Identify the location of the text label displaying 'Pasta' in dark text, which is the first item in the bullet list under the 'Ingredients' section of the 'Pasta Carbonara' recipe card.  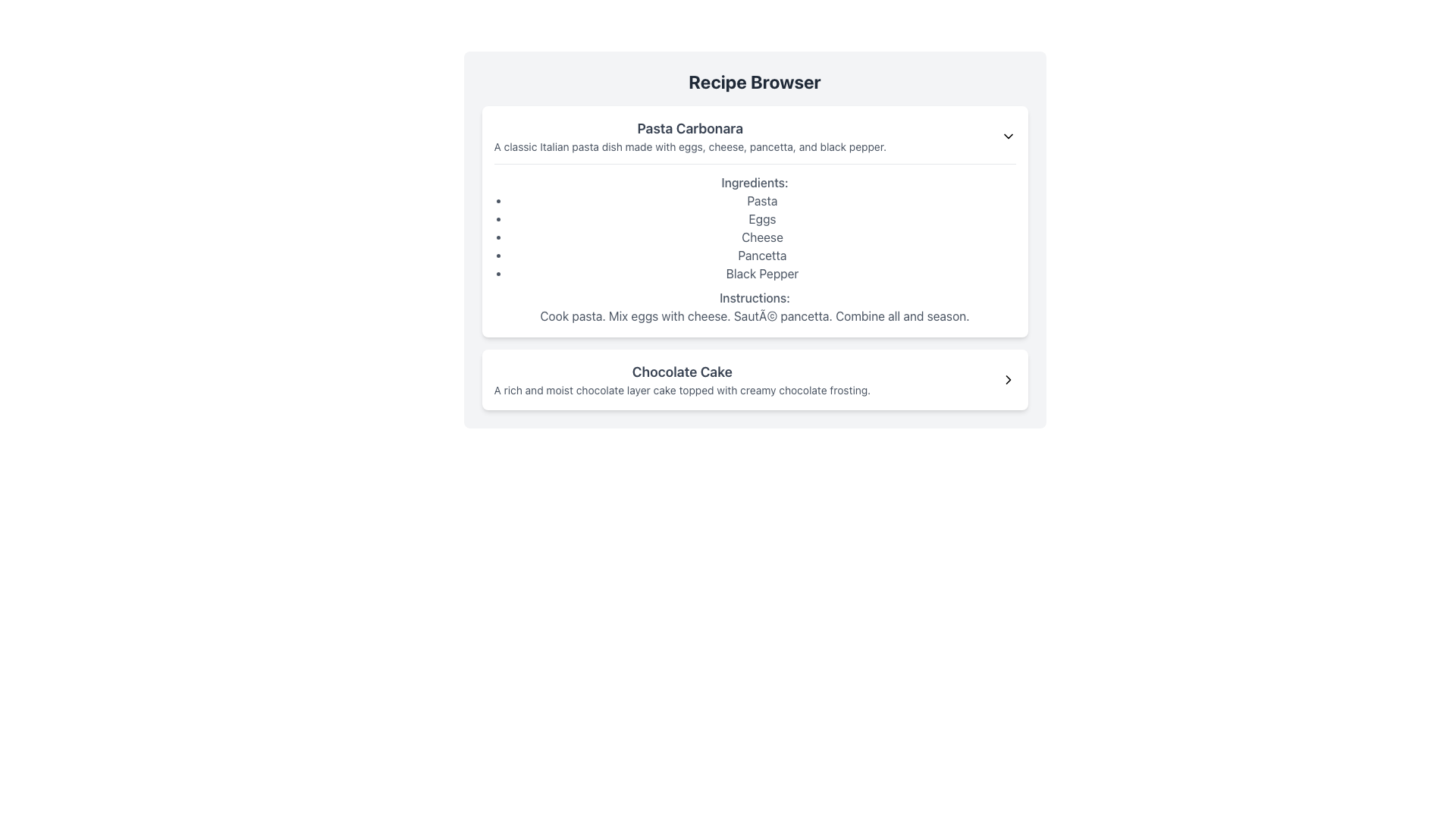
(762, 200).